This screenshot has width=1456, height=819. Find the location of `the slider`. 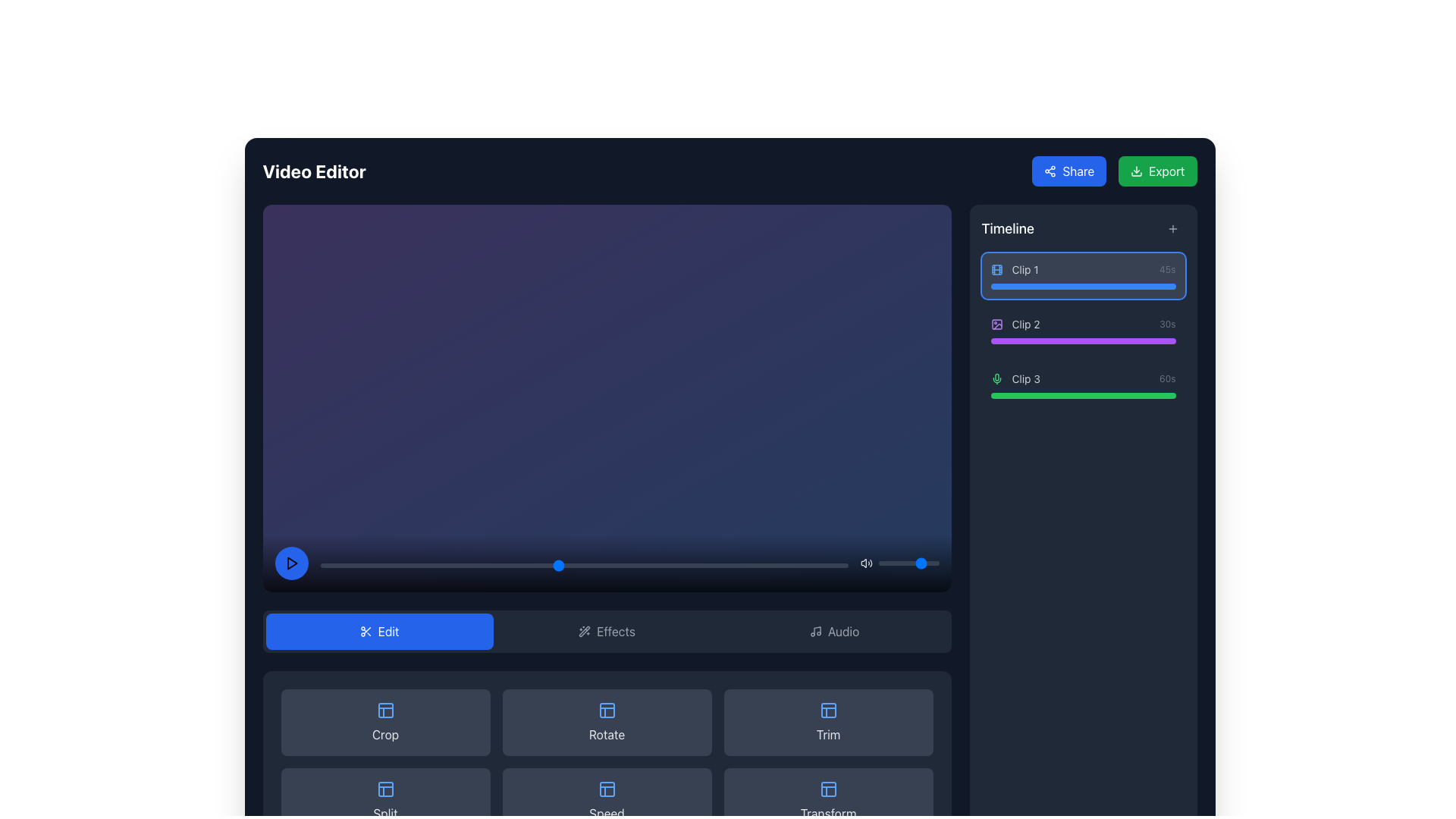

the slider is located at coordinates (905, 563).